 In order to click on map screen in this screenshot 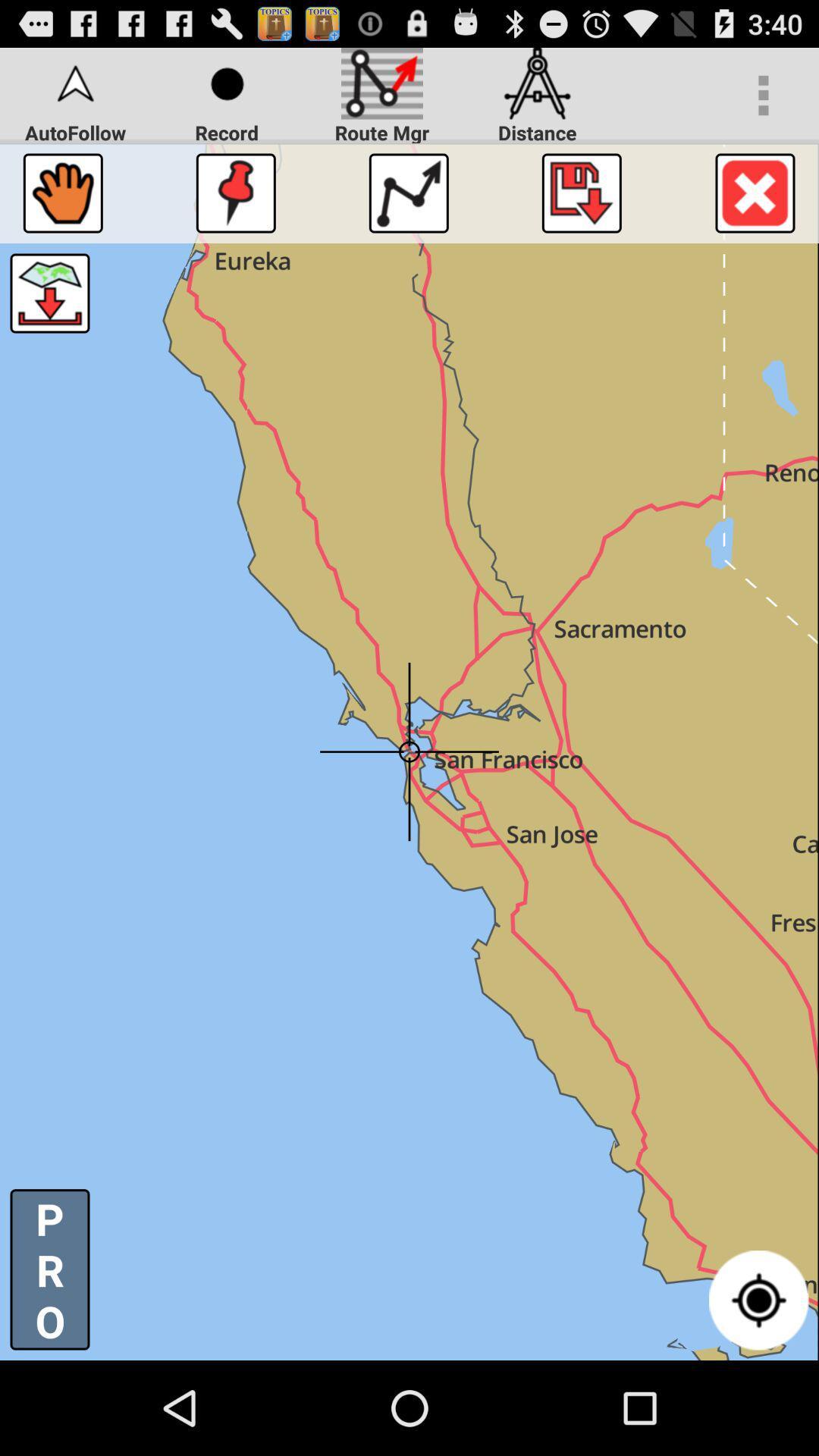, I will do `click(755, 192)`.